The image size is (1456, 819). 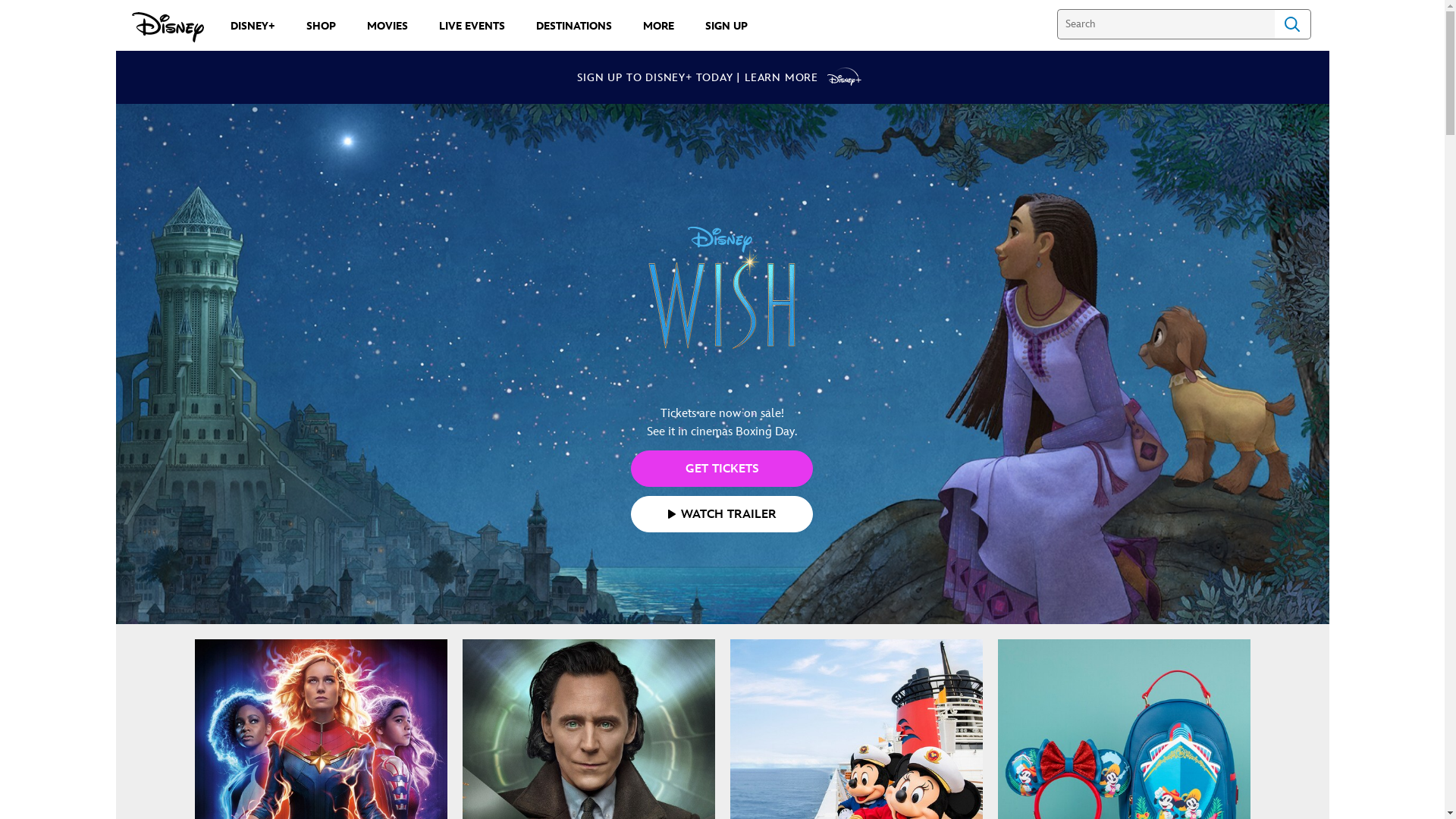 What do you see at coordinates (720, 513) in the screenshot?
I see `'WATCH TRAILER'` at bounding box center [720, 513].